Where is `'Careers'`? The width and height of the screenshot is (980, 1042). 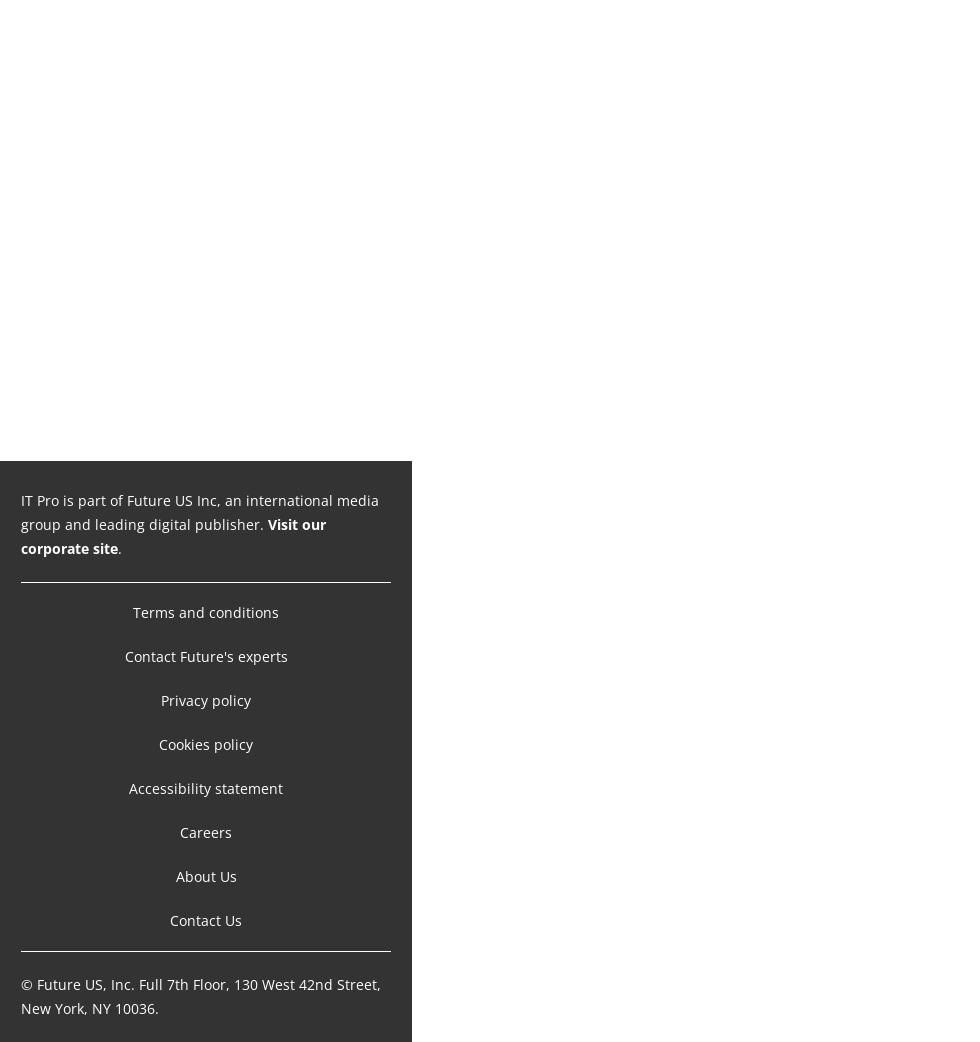 'Careers' is located at coordinates (205, 832).